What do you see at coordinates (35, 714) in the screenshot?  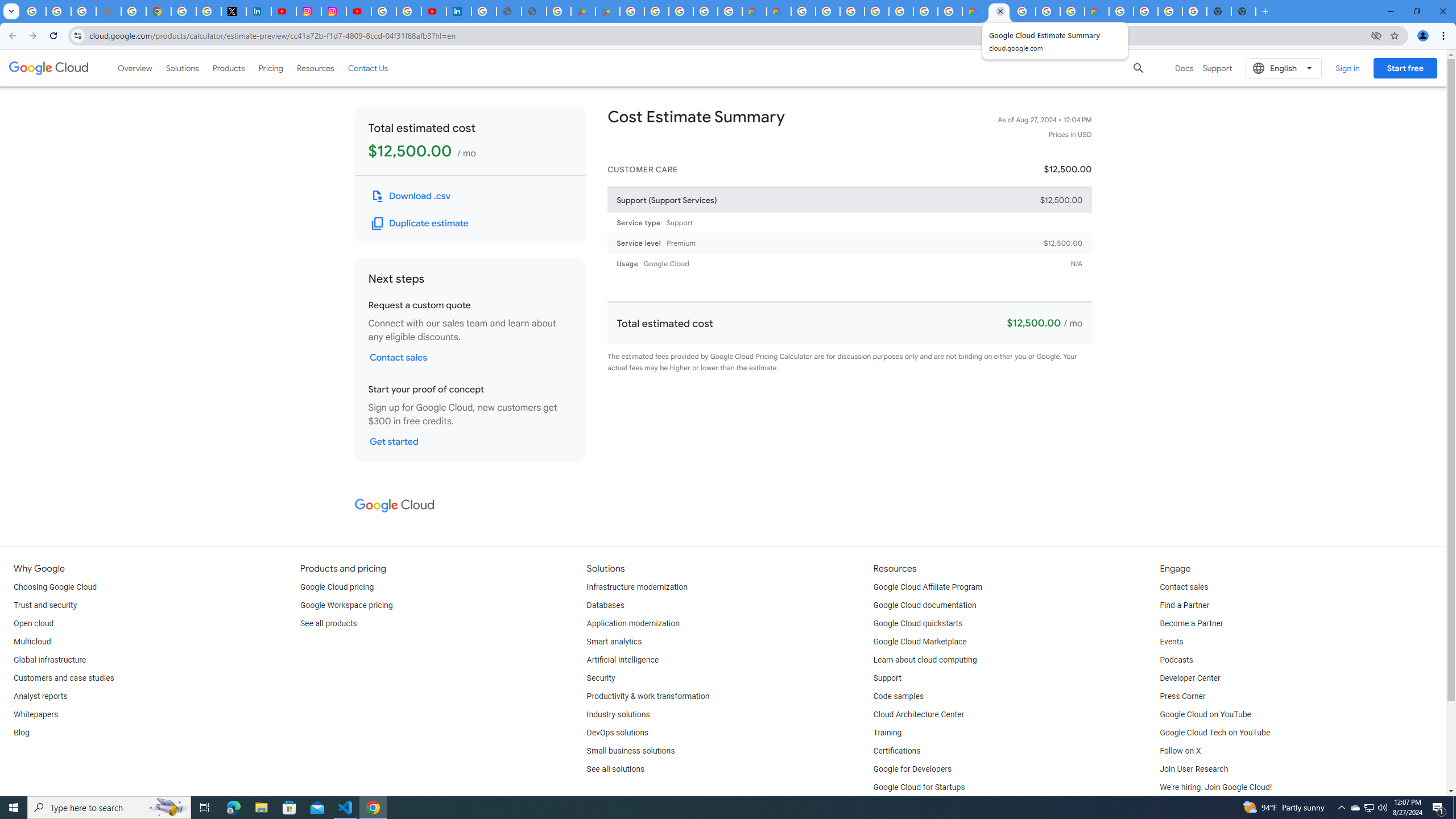 I see `'Whitepapers'` at bounding box center [35, 714].